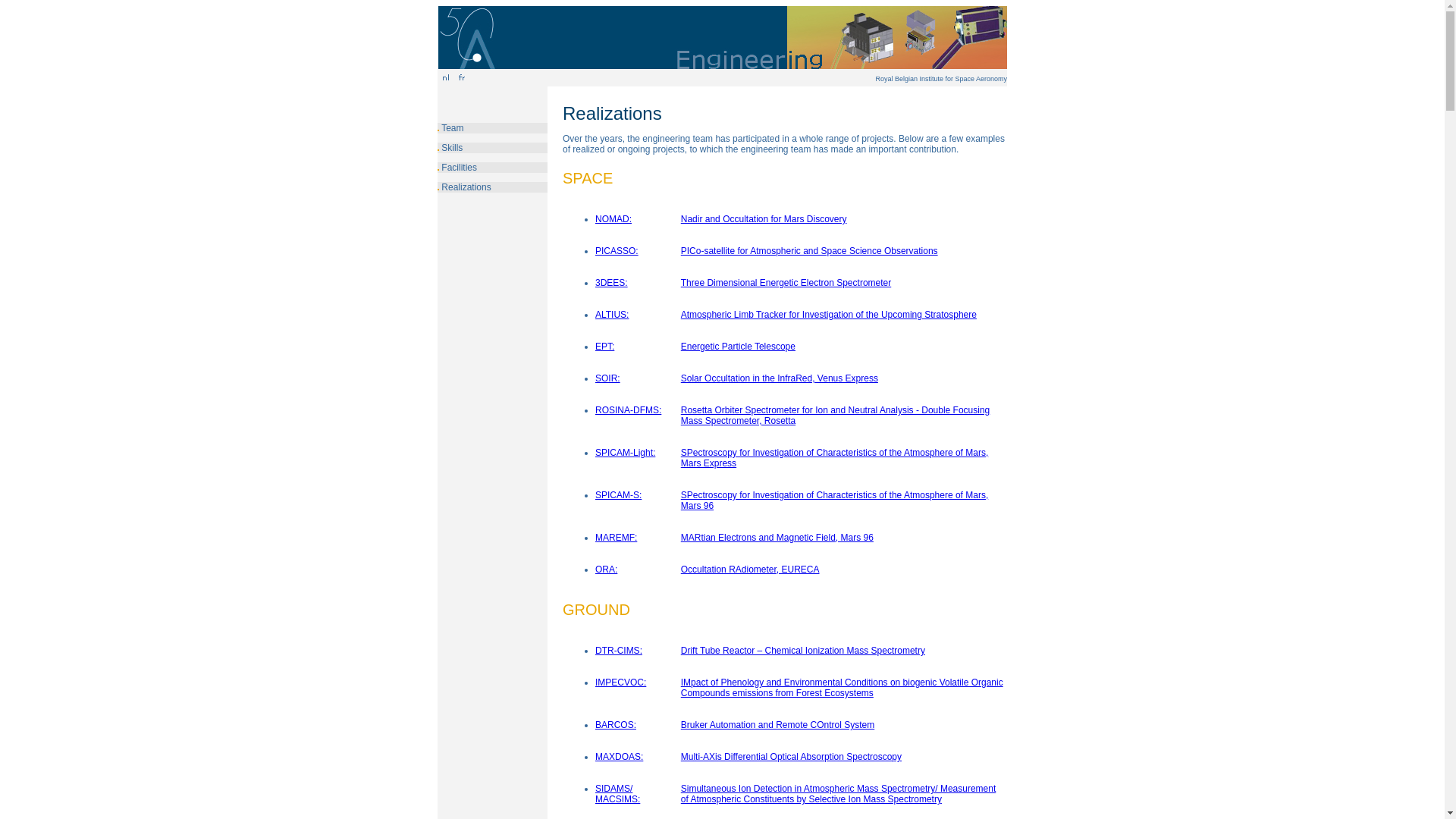  What do you see at coordinates (619, 757) in the screenshot?
I see `'MAXDOAS:'` at bounding box center [619, 757].